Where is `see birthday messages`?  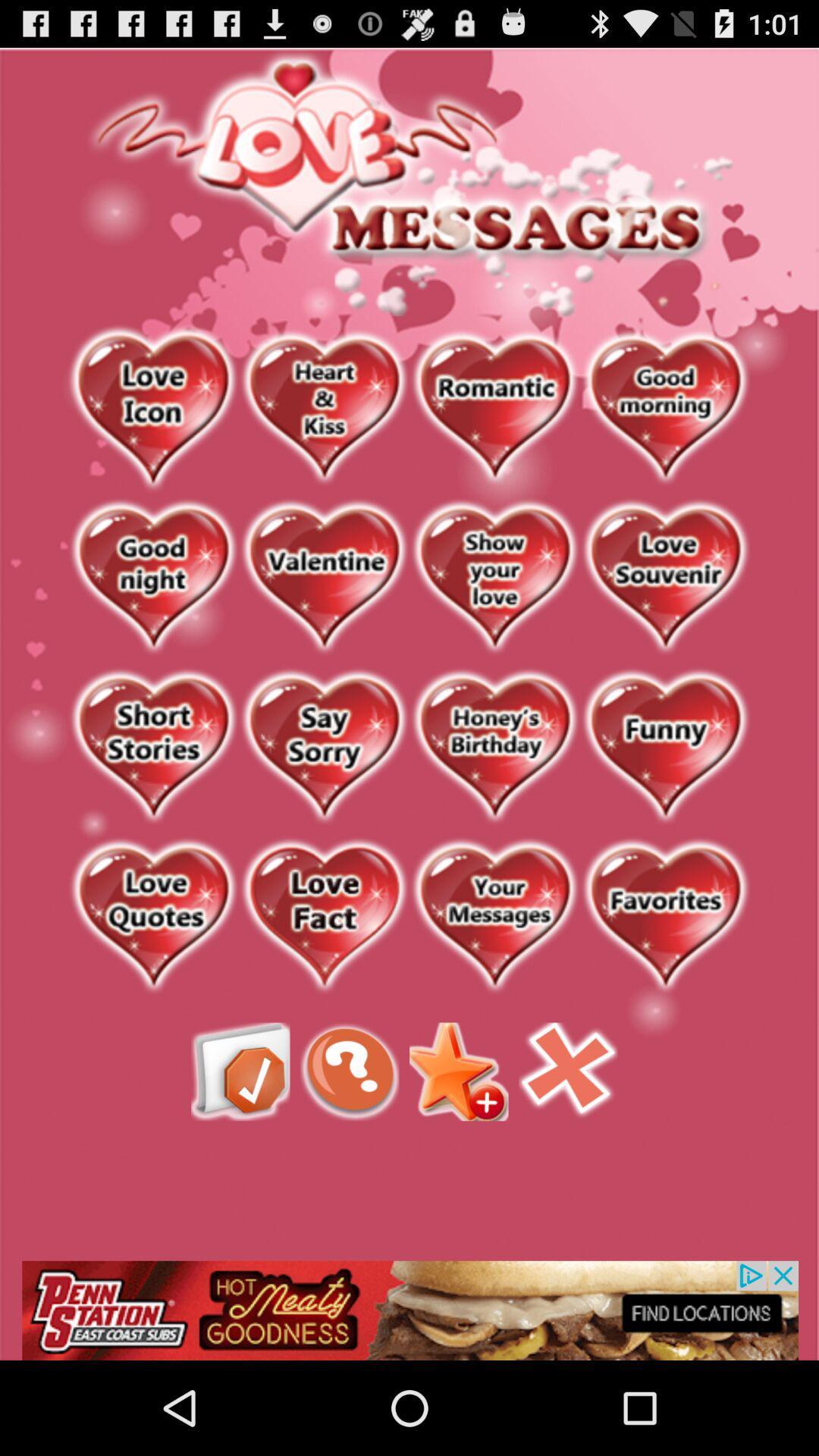
see birthday messages is located at coordinates (494, 748).